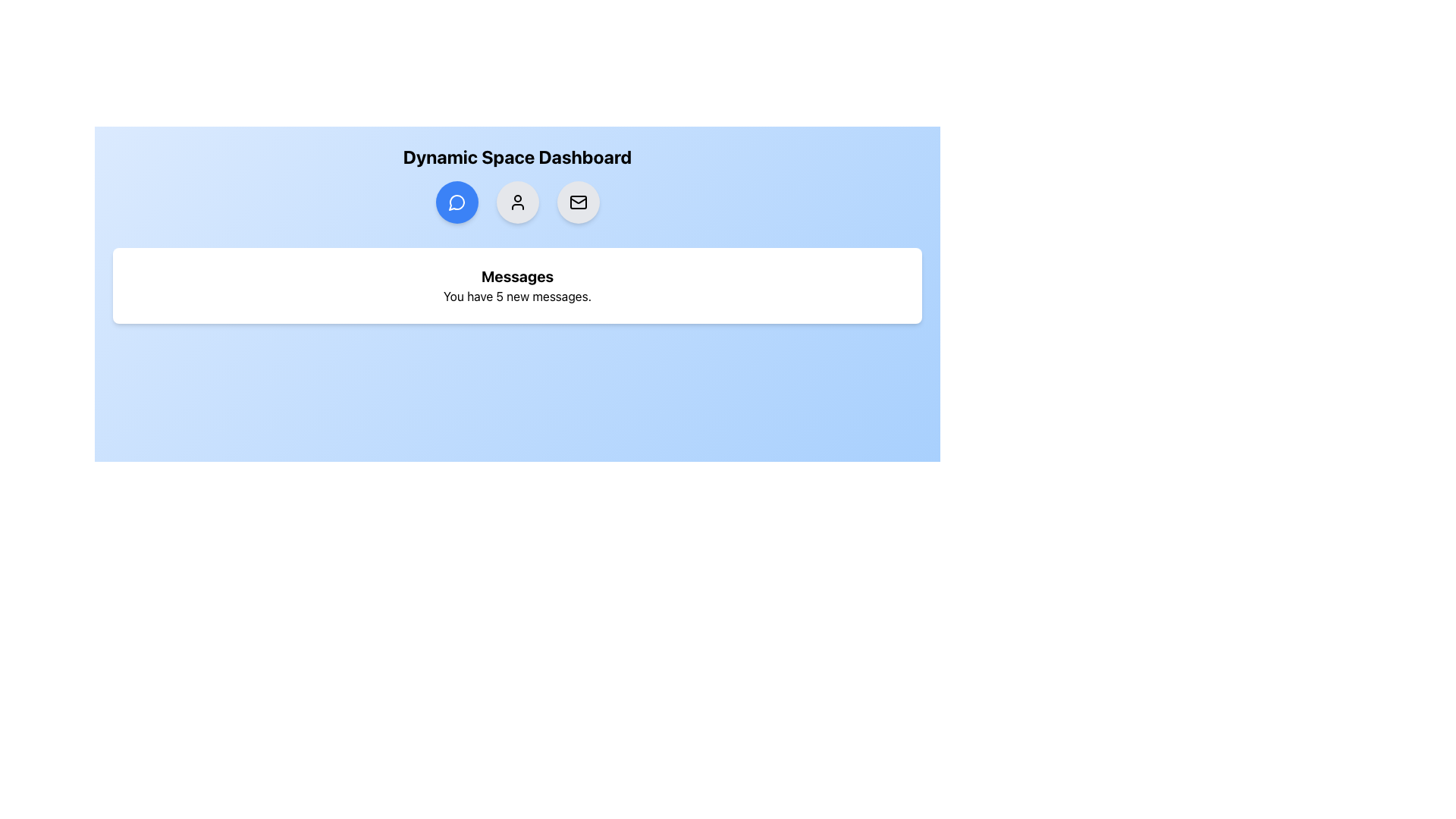 The height and width of the screenshot is (819, 1456). Describe the element at coordinates (455, 202) in the screenshot. I see `the leftmost circular icon with a blue background and white stroke in the row below 'Dynamic Space Dashboard'` at that location.